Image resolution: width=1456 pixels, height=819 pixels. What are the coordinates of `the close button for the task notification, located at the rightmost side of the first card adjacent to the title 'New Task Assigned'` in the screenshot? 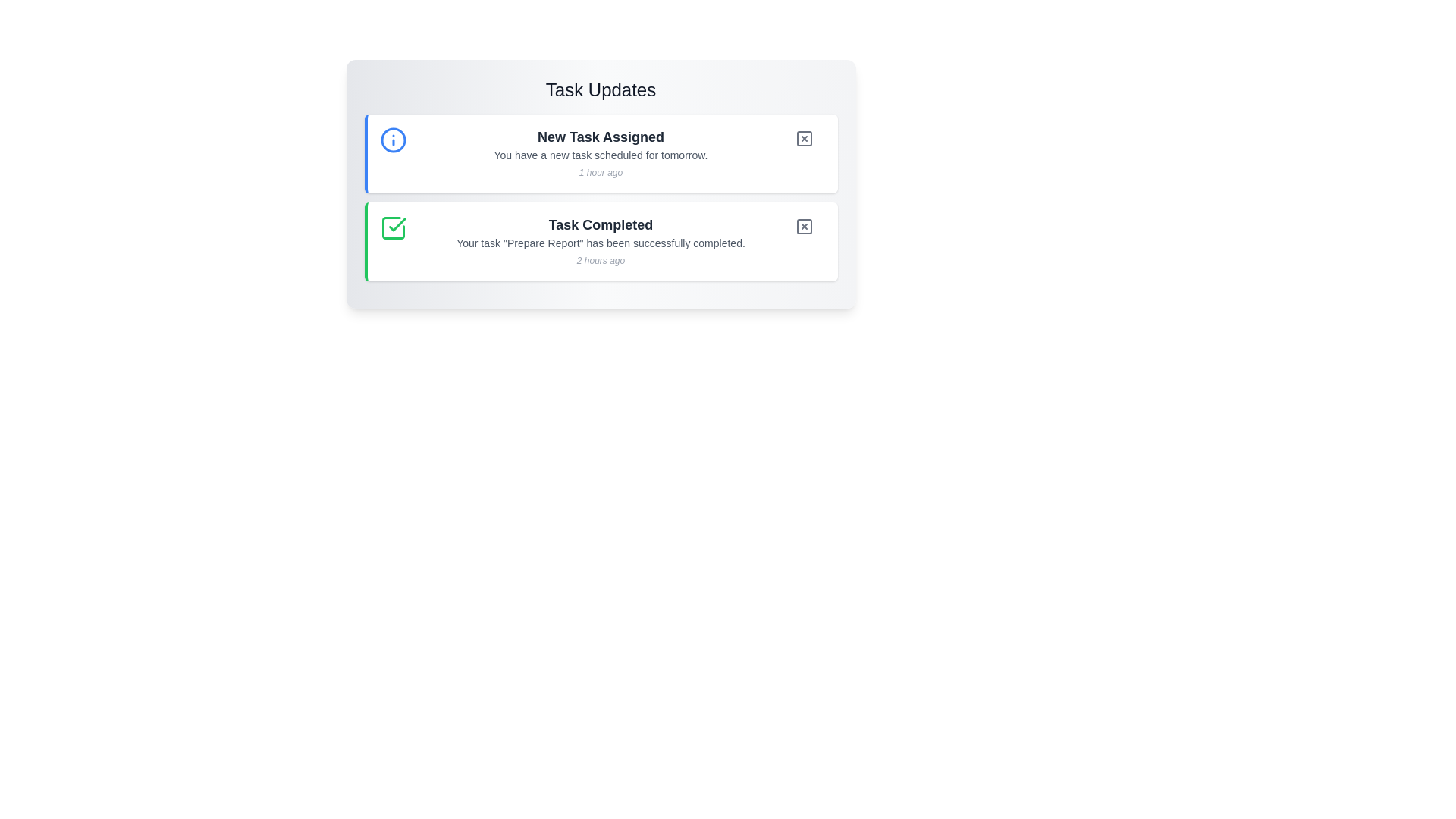 It's located at (803, 138).